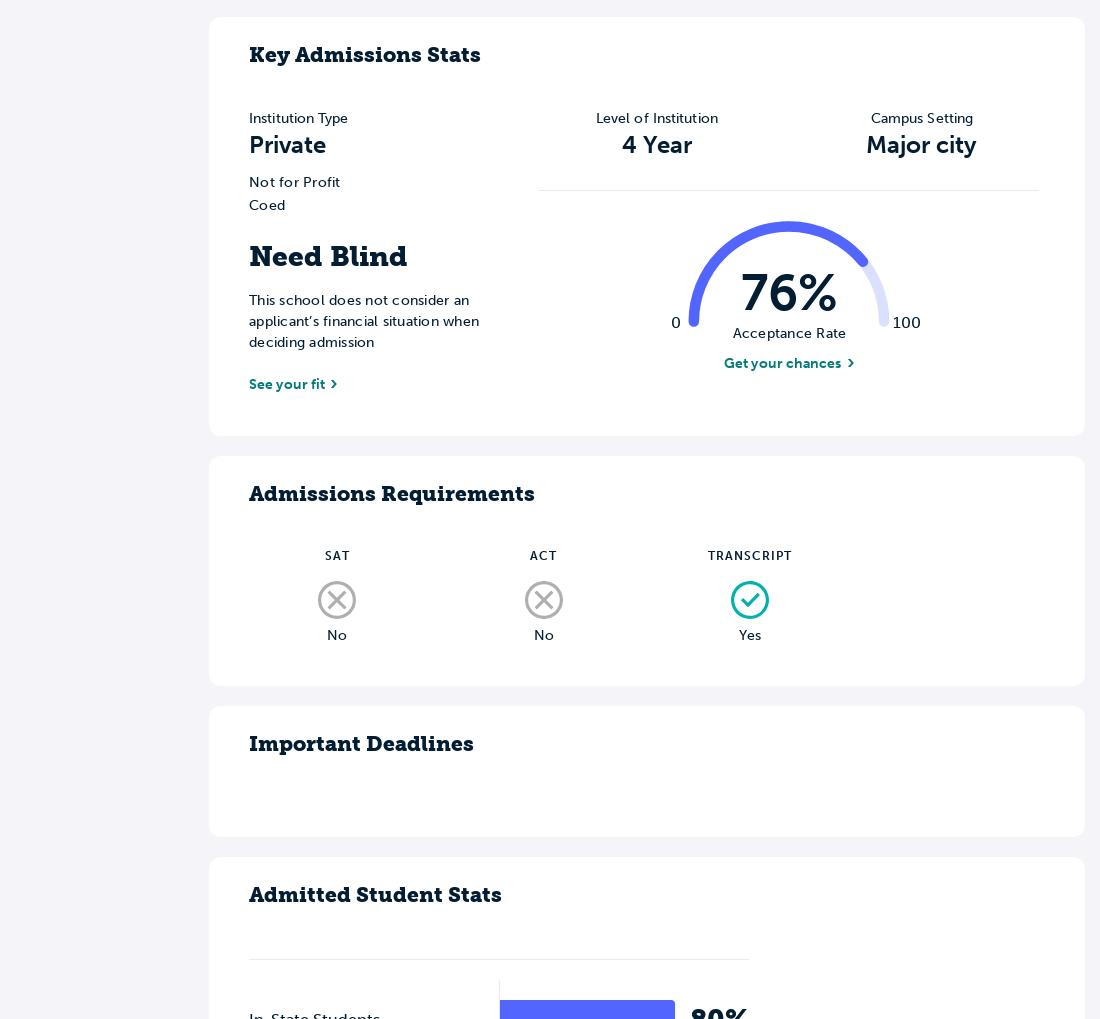 The height and width of the screenshot is (1019, 1100). I want to click on 'SAT', so click(335, 555).